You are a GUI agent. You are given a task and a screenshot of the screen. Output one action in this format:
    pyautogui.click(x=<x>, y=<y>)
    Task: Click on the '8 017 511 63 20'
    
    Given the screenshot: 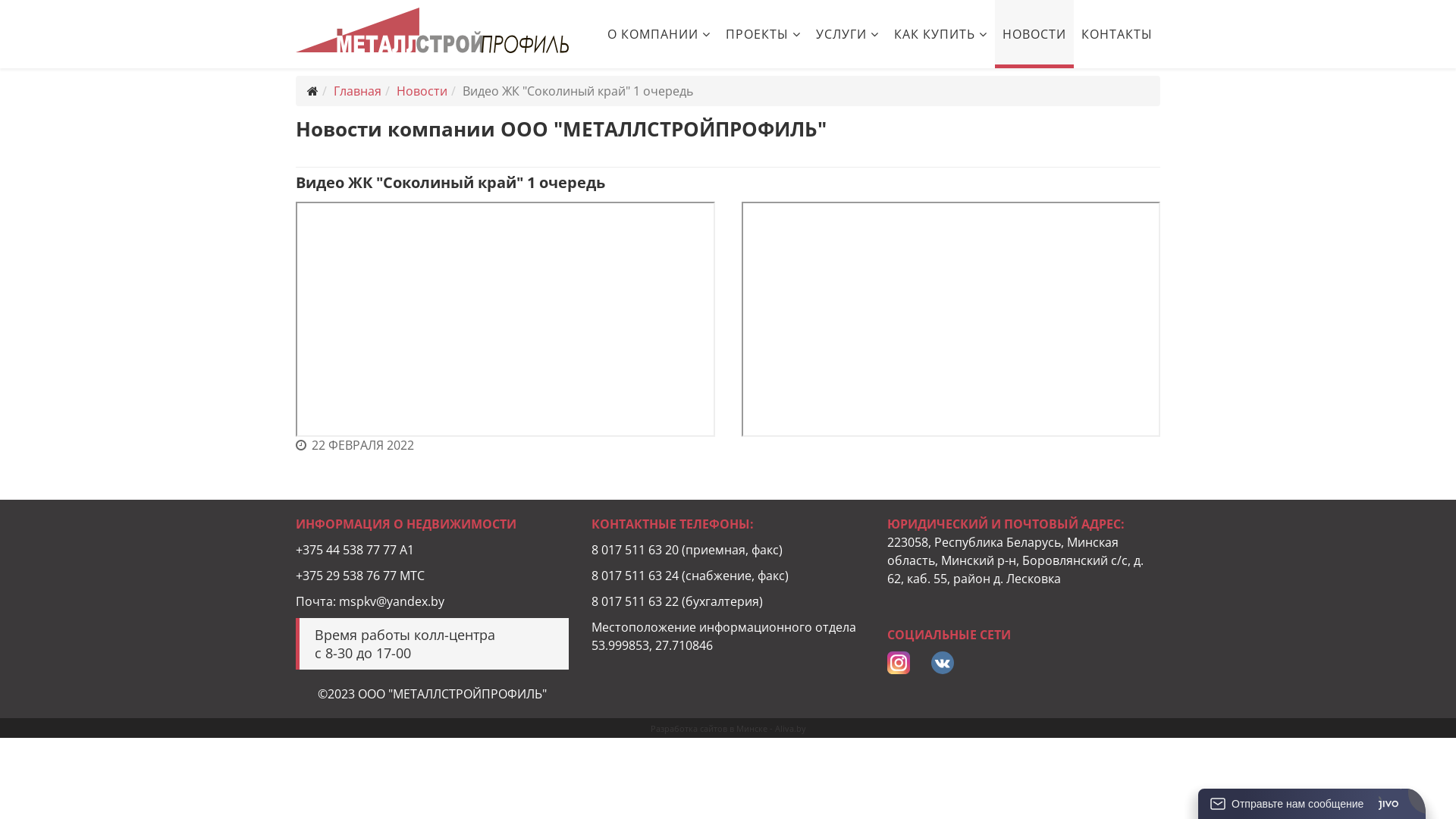 What is the action you would take?
    pyautogui.click(x=635, y=550)
    